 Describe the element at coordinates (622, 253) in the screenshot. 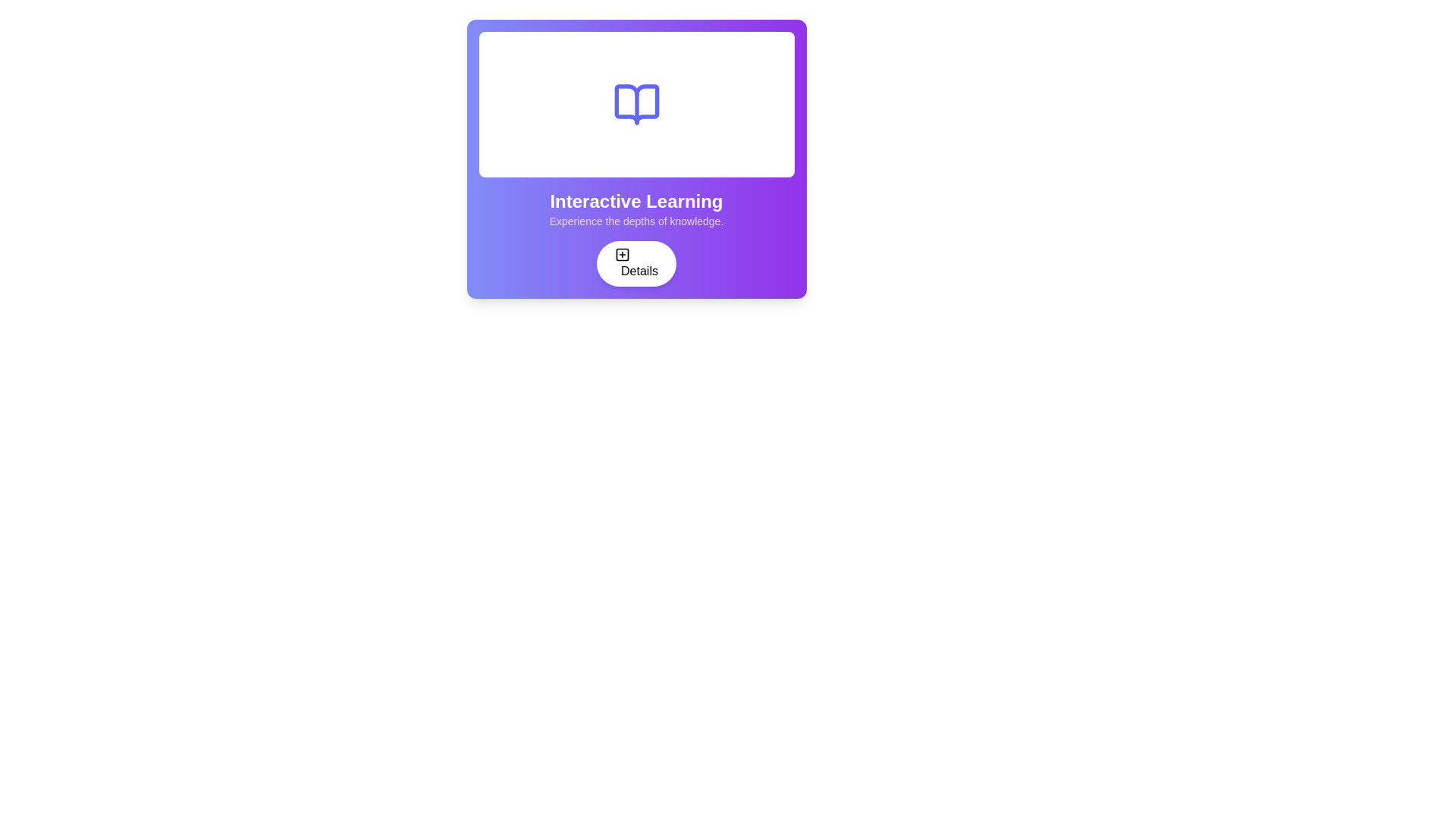

I see `the small square-shaped icon with a plus symbol inside it, located to the left of the 'Details' text on the button at the bottom part of the card element` at that location.